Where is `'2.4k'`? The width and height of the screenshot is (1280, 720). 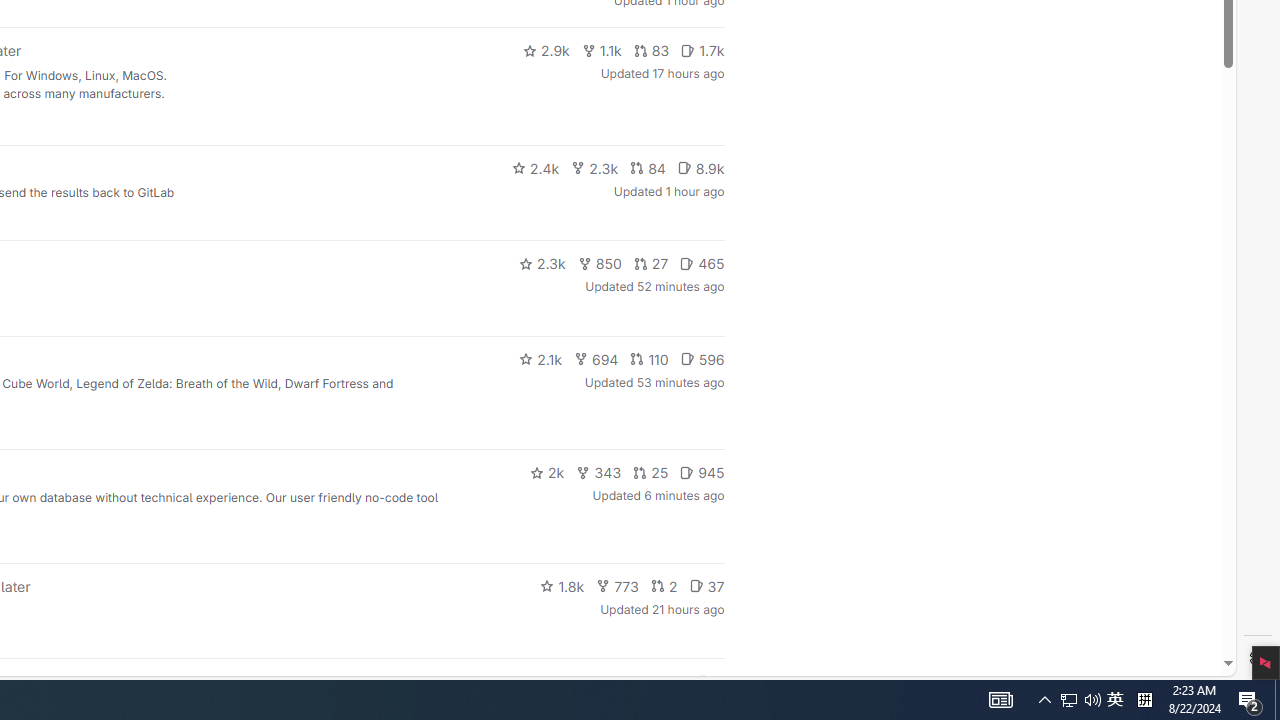 '2.4k' is located at coordinates (535, 167).